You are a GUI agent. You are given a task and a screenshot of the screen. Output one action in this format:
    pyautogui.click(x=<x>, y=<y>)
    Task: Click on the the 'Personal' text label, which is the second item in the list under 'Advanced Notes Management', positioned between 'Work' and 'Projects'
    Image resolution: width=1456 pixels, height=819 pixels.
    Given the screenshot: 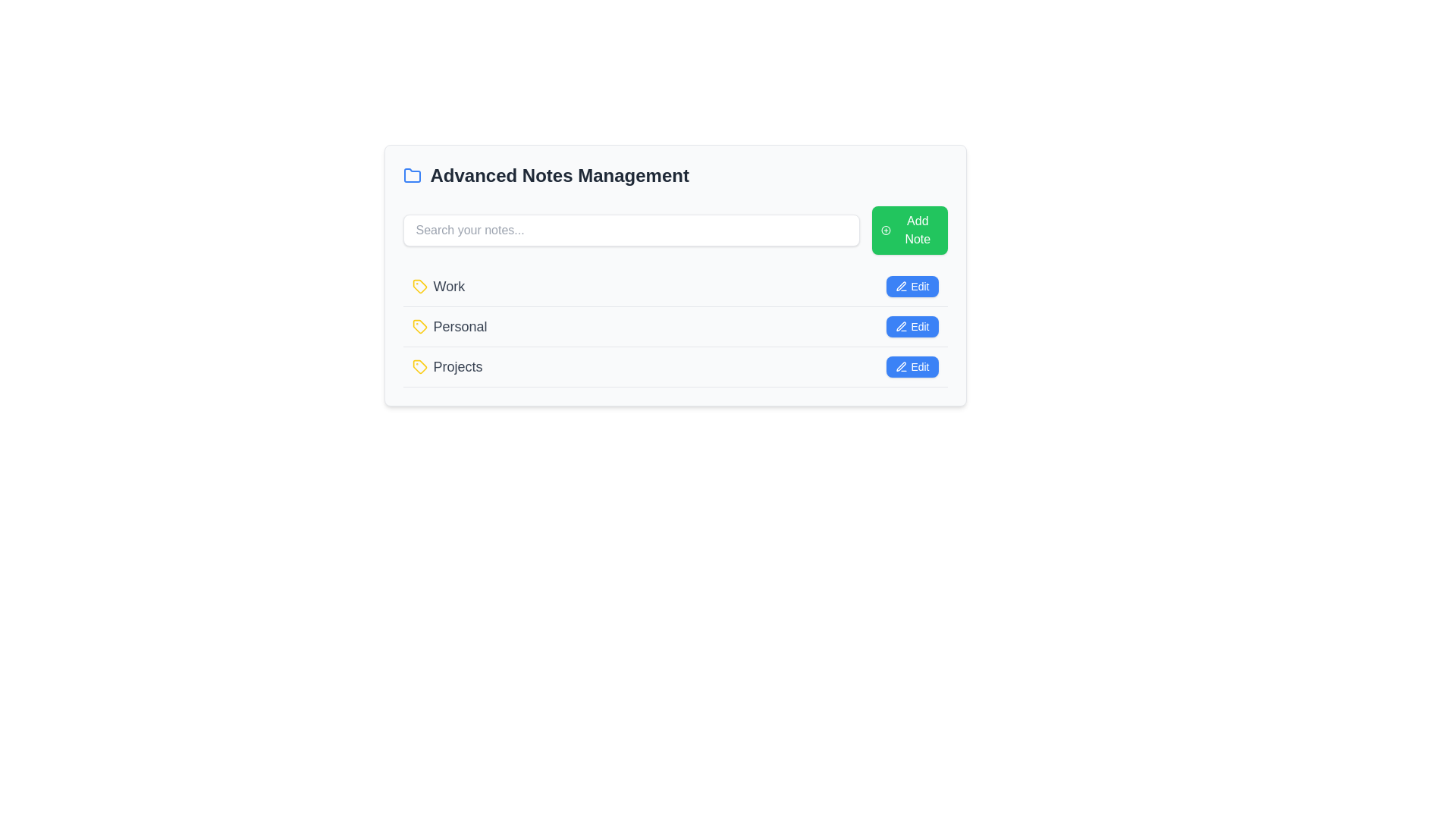 What is the action you would take?
    pyautogui.click(x=449, y=326)
    